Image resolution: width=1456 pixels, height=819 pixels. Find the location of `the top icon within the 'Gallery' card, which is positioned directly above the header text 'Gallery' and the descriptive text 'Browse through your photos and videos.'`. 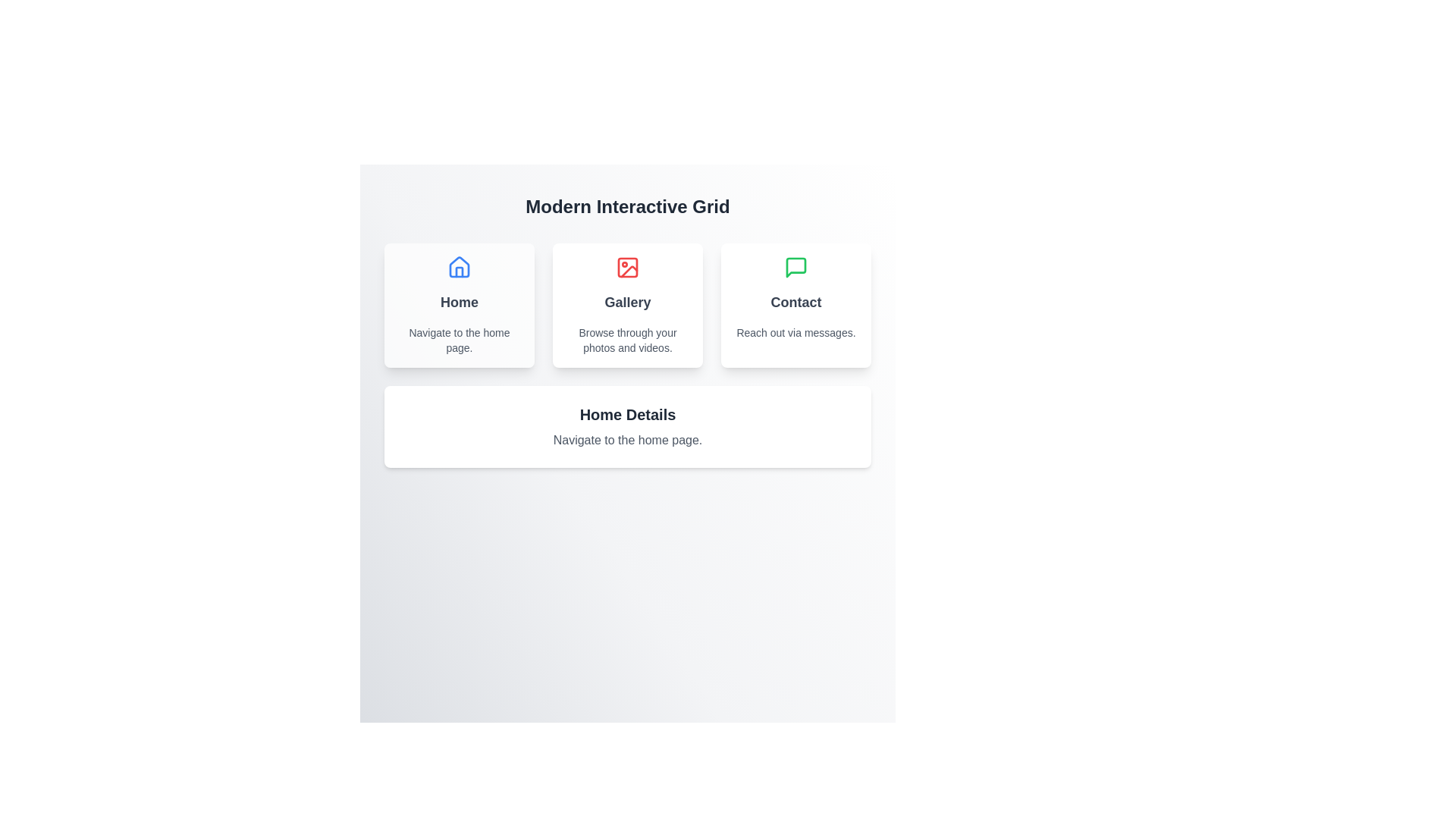

the top icon within the 'Gallery' card, which is positioned directly above the header text 'Gallery' and the descriptive text 'Browse through your photos and videos.' is located at coordinates (628, 267).